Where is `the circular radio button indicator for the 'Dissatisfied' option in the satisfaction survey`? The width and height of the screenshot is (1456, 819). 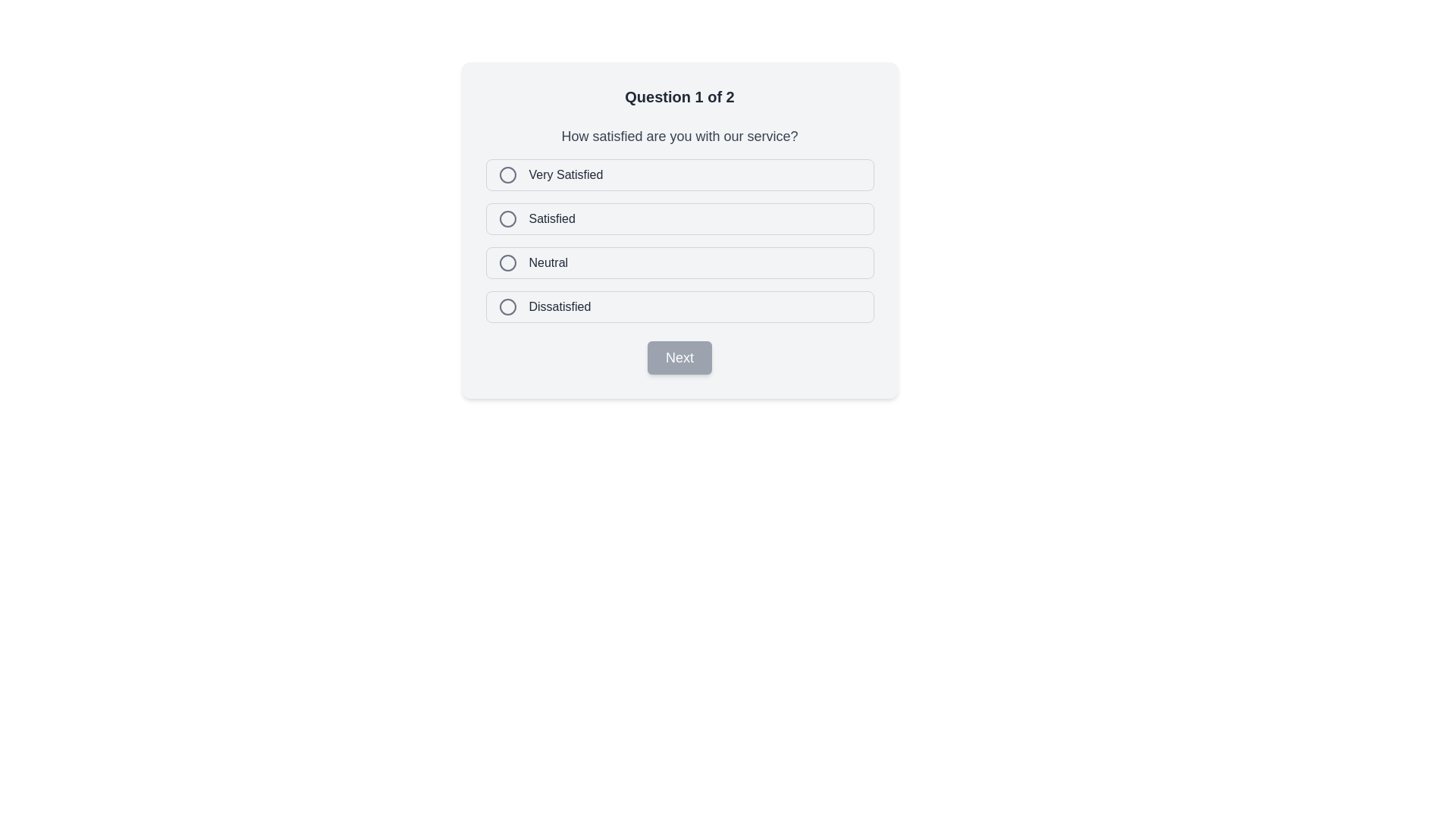
the circular radio button indicator for the 'Dissatisfied' option in the satisfaction survey is located at coordinates (507, 307).